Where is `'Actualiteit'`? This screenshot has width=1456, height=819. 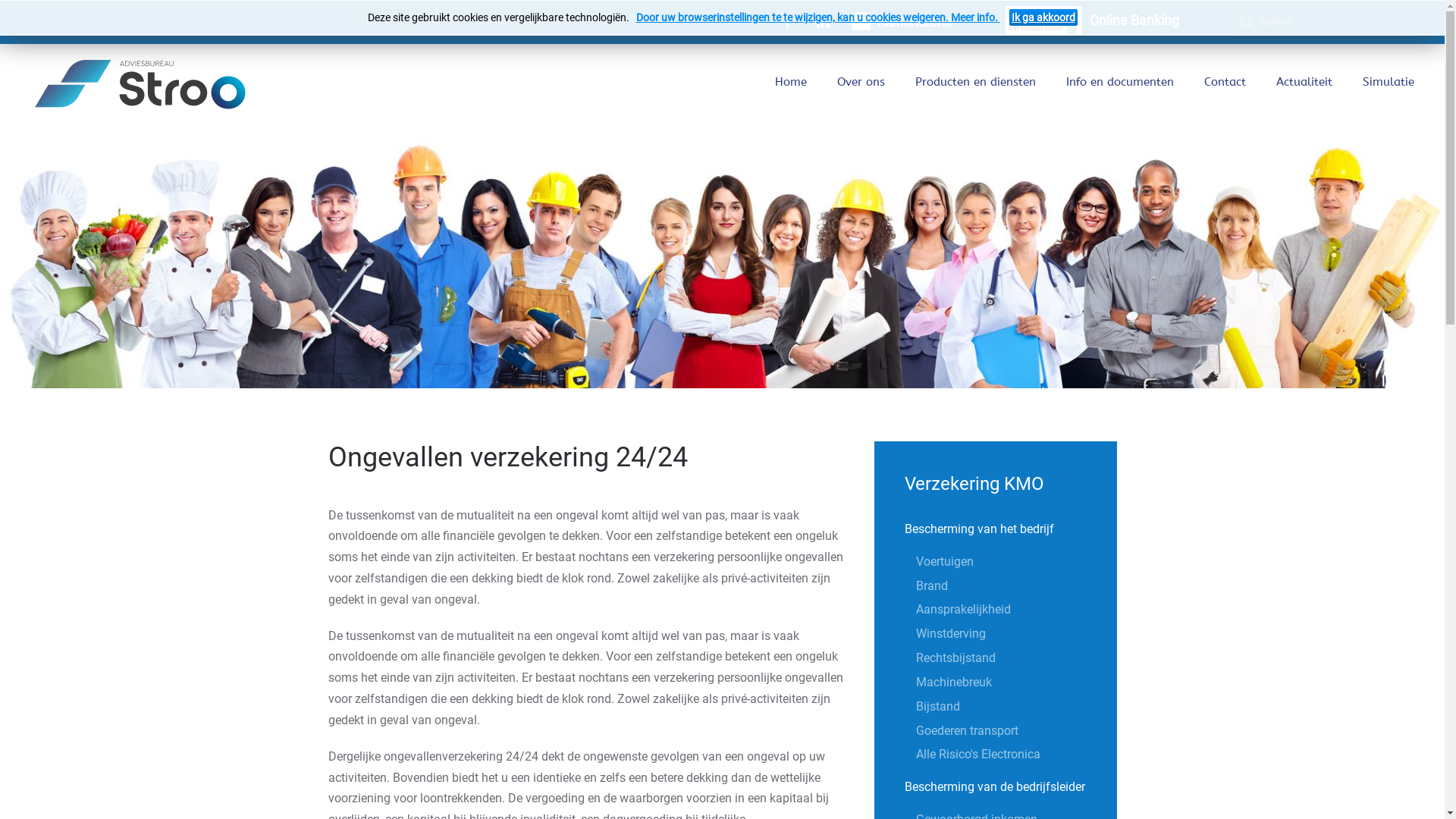
'Actualiteit' is located at coordinates (1276, 82).